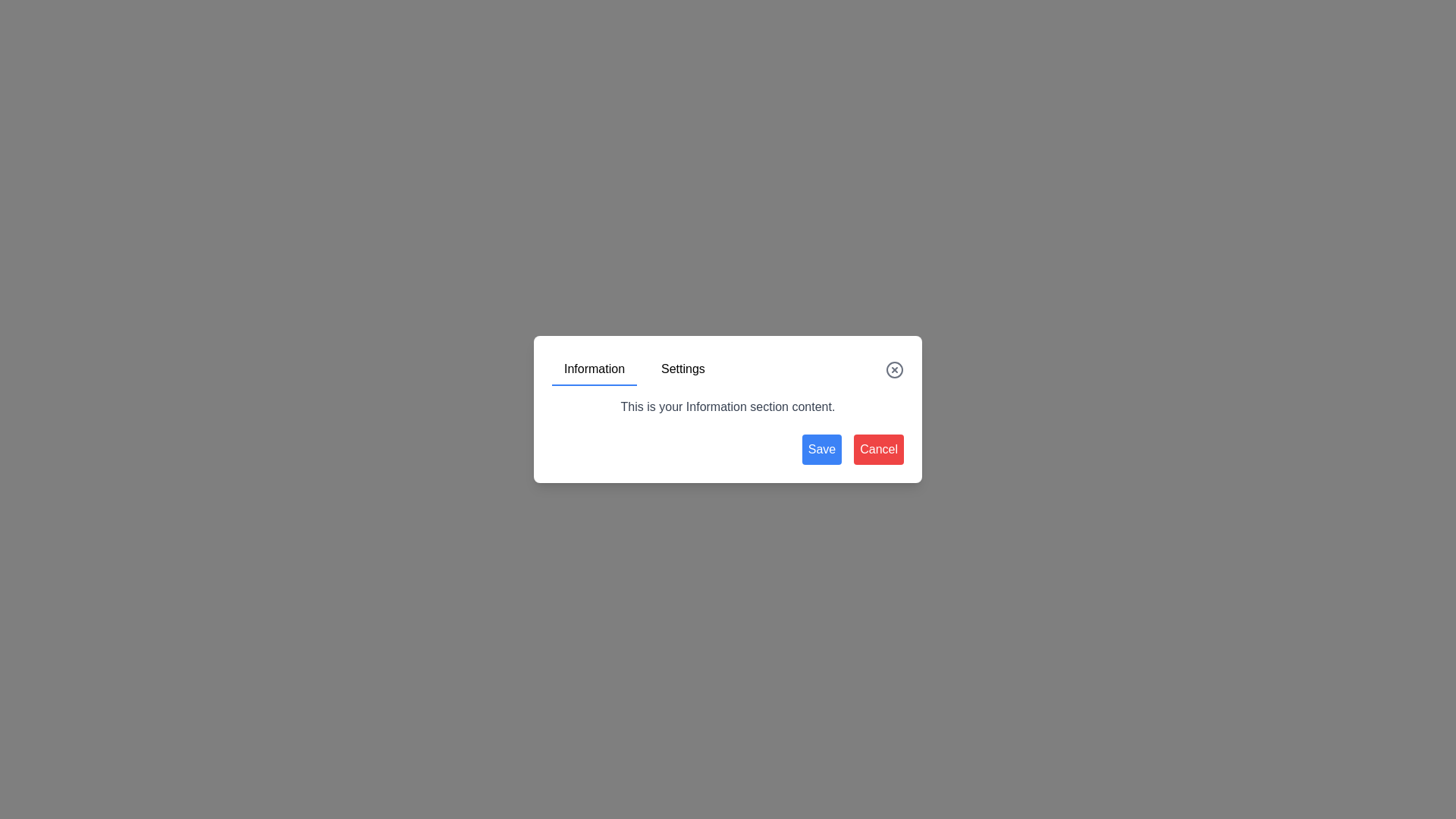 This screenshot has width=1456, height=819. I want to click on the 'Save' button located at the bottom right corner of the dialog box, which is the leftmost button next to the red 'Cancel' button, so click(821, 449).